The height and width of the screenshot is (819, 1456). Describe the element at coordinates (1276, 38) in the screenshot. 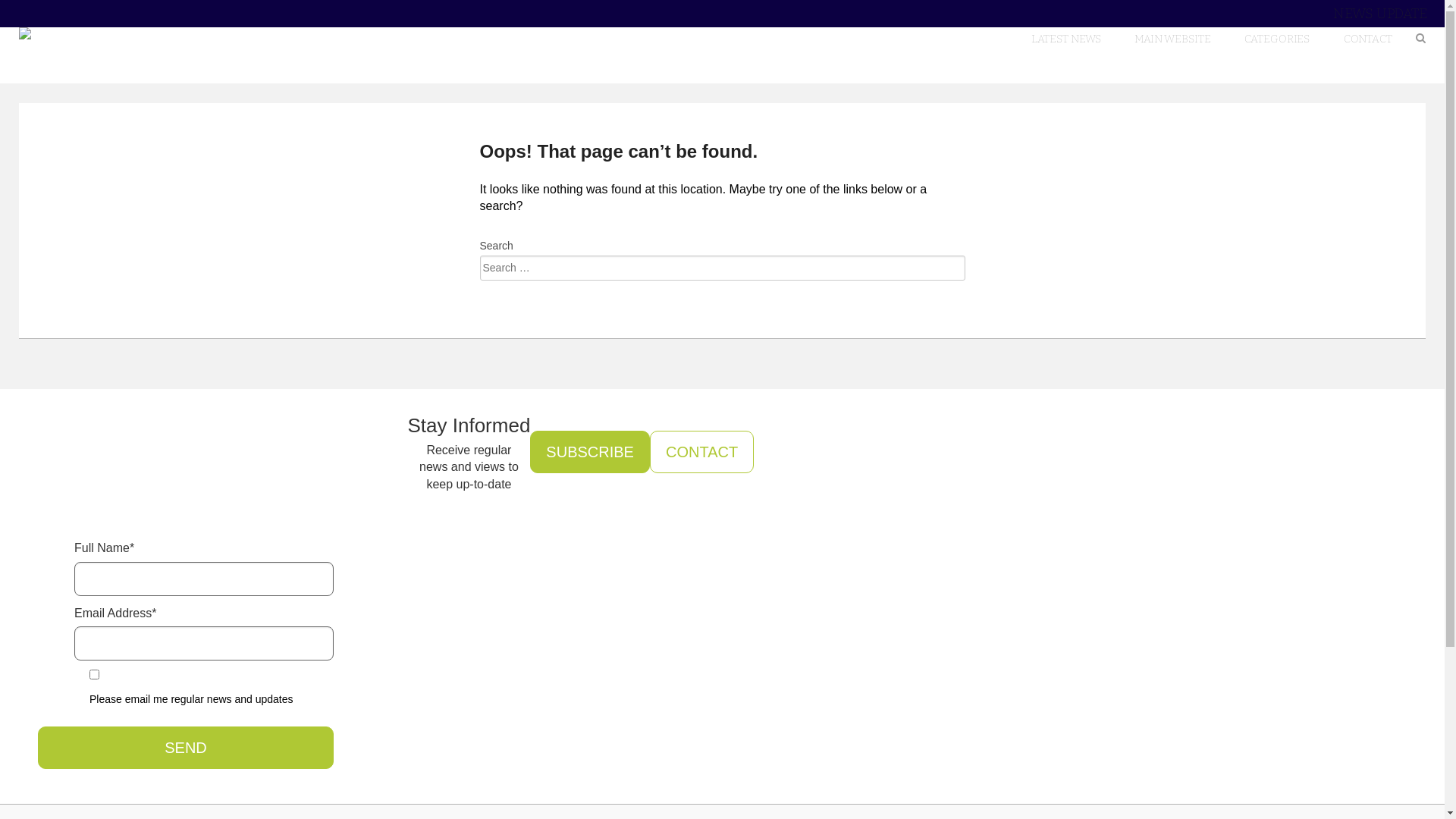

I see `'CATEGORIES'` at that location.